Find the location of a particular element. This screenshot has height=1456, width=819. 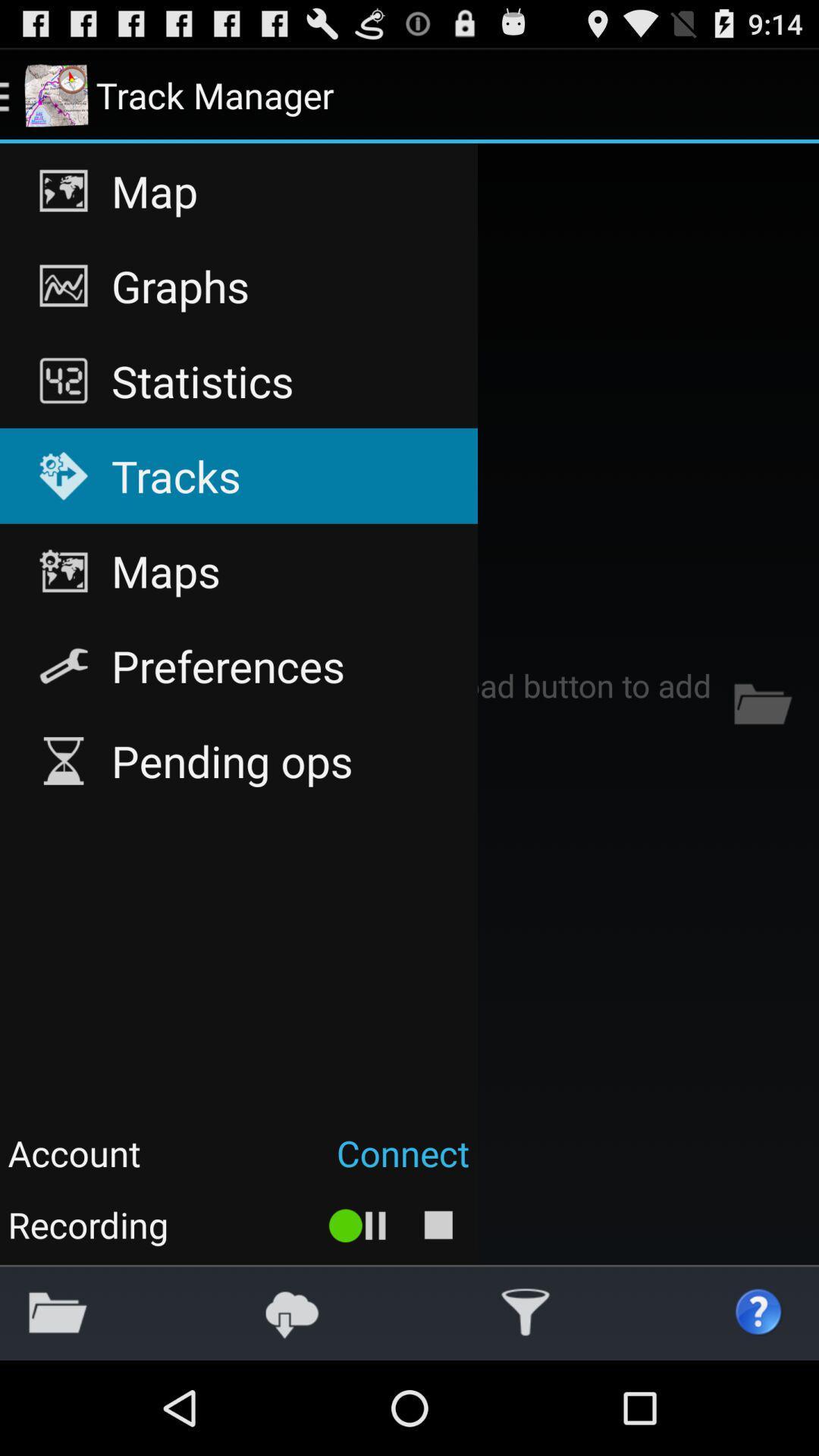

item above the statistics app is located at coordinates (239, 286).